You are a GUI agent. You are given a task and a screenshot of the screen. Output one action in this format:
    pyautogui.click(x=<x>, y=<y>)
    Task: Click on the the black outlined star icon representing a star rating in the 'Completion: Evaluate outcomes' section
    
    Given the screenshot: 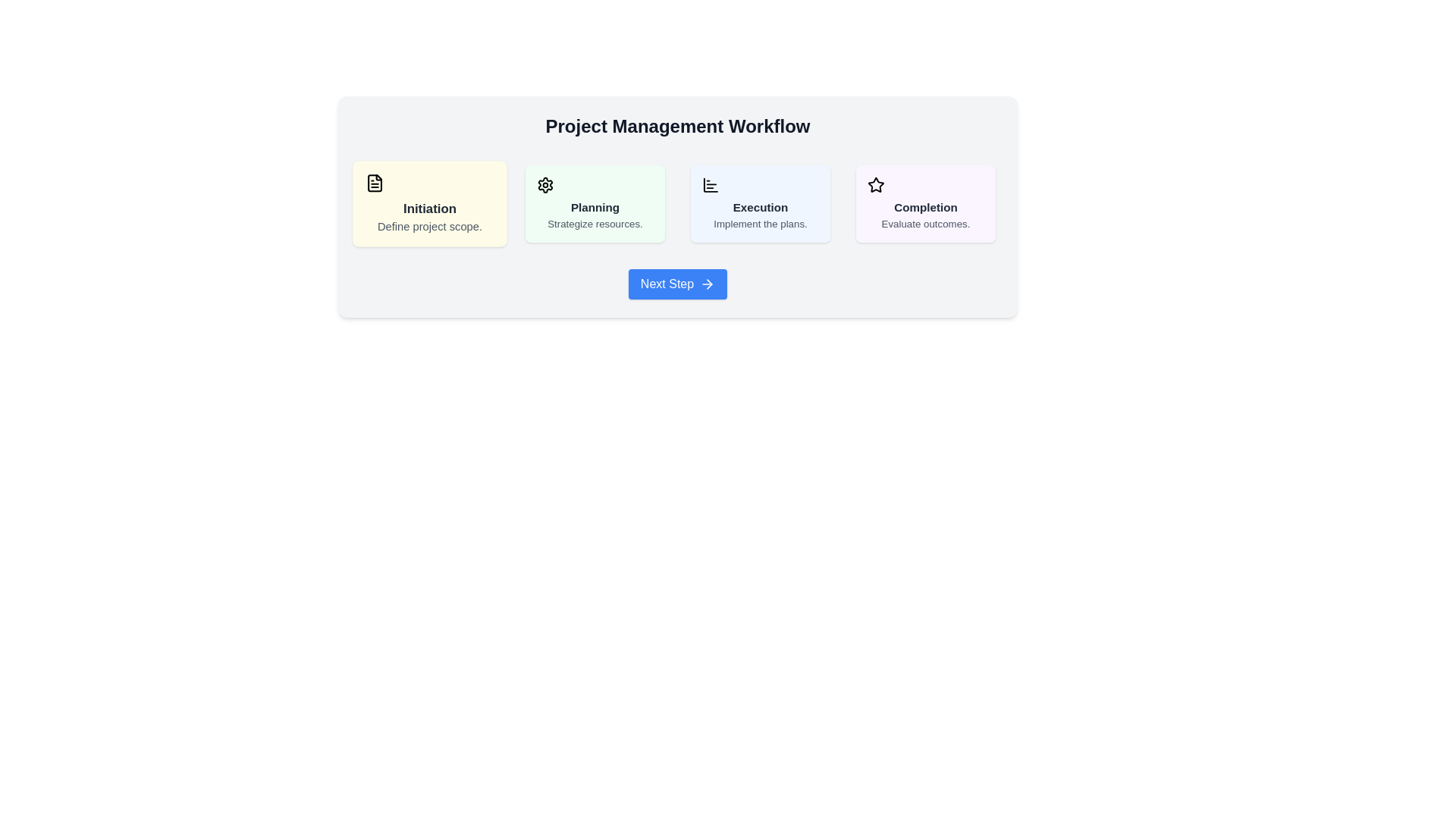 What is the action you would take?
    pyautogui.click(x=876, y=184)
    